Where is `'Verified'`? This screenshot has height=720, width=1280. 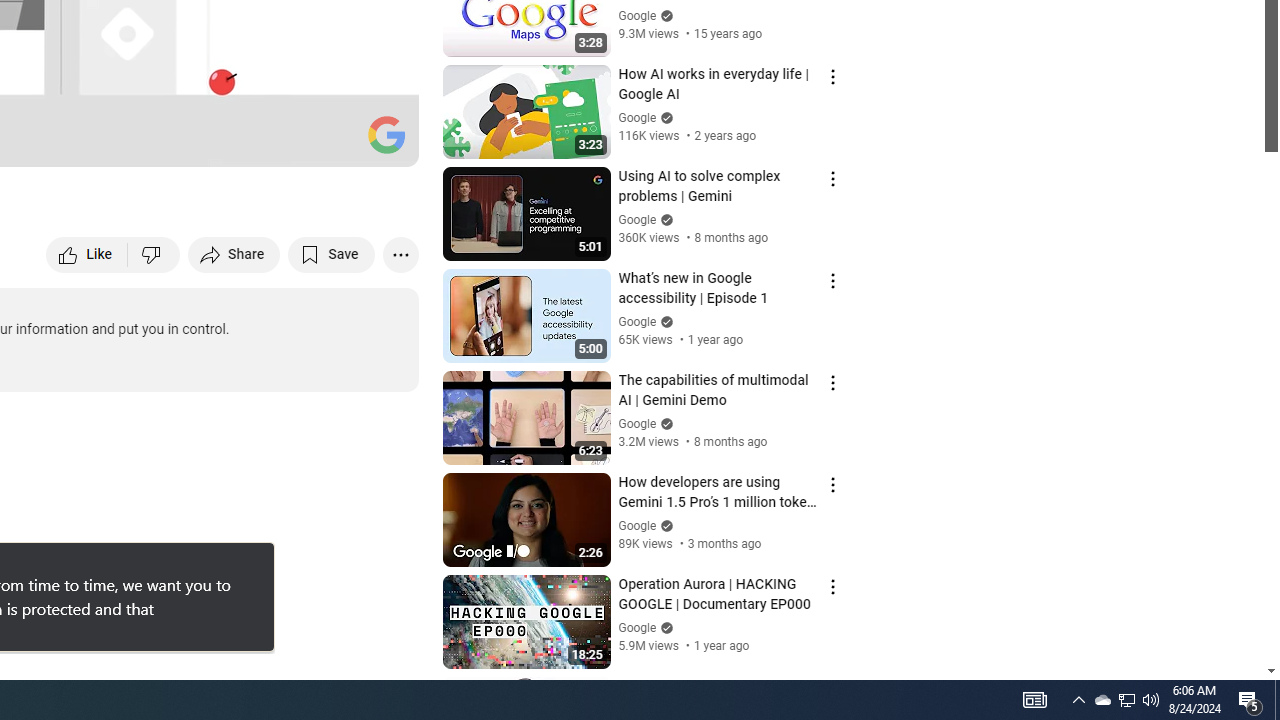 'Verified' is located at coordinates (664, 626).